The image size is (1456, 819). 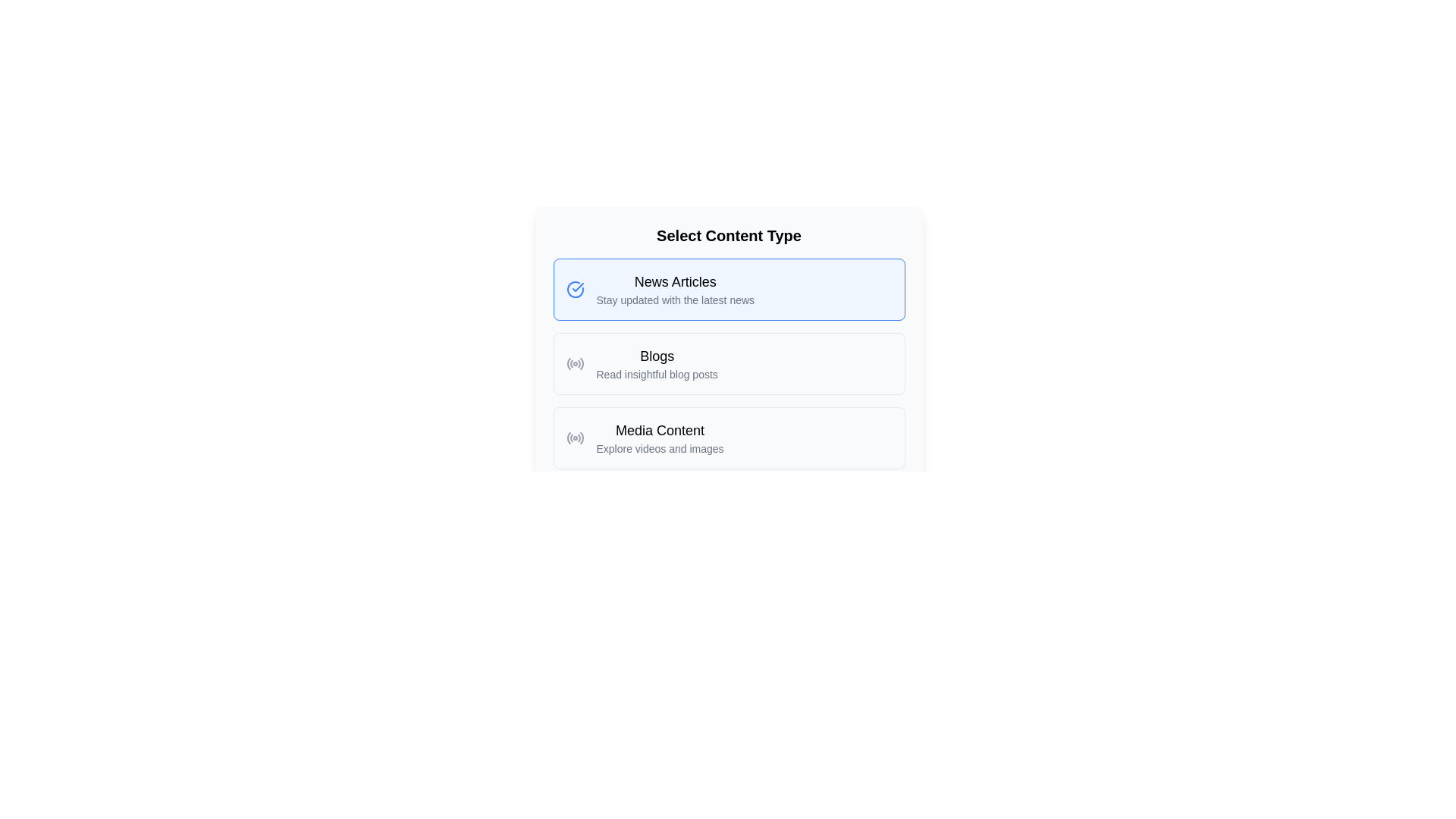 I want to click on the gray radio signal icon associated with the 'Media Content' label, so click(x=574, y=438).